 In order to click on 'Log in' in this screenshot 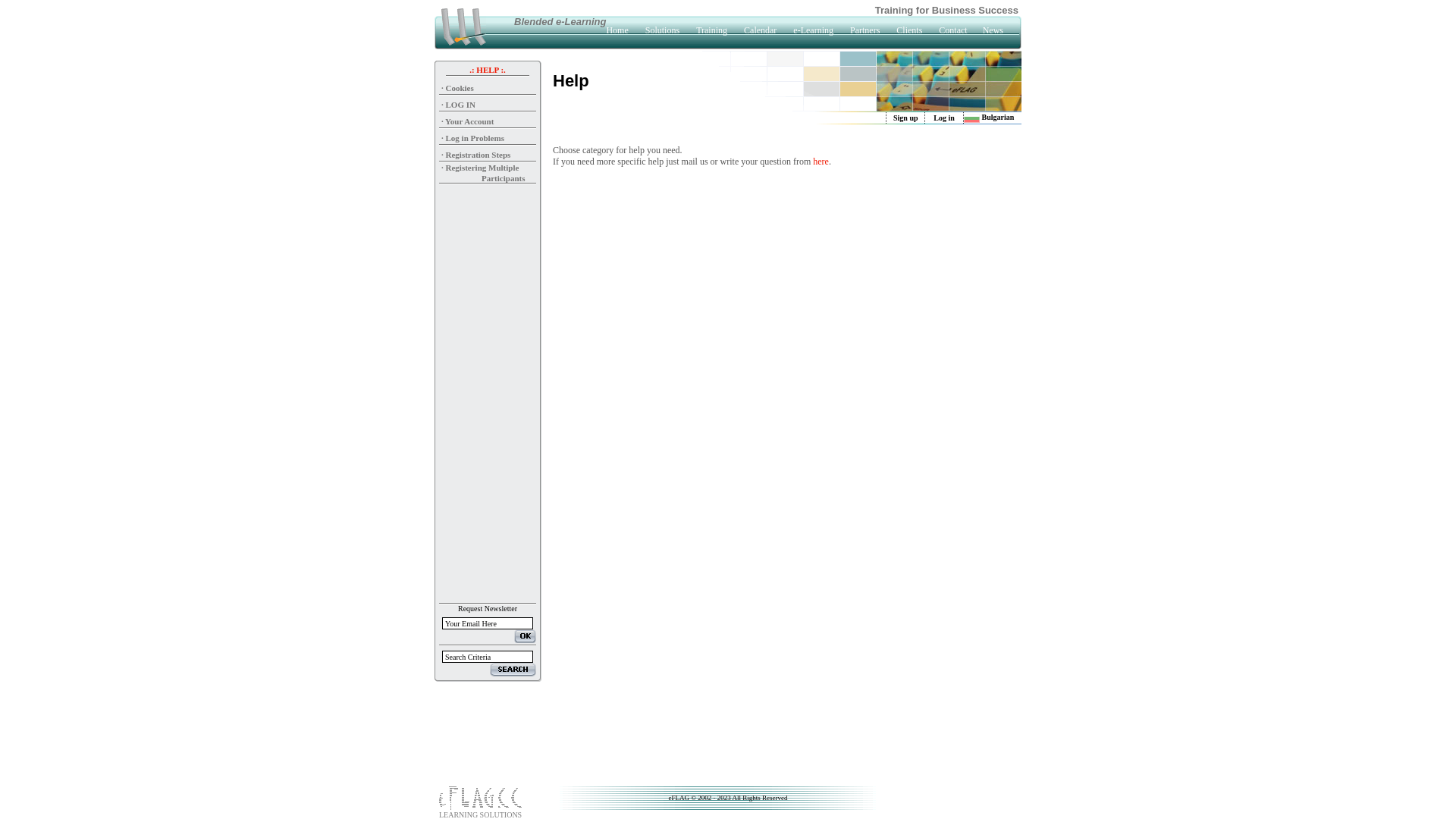, I will do `click(943, 117)`.